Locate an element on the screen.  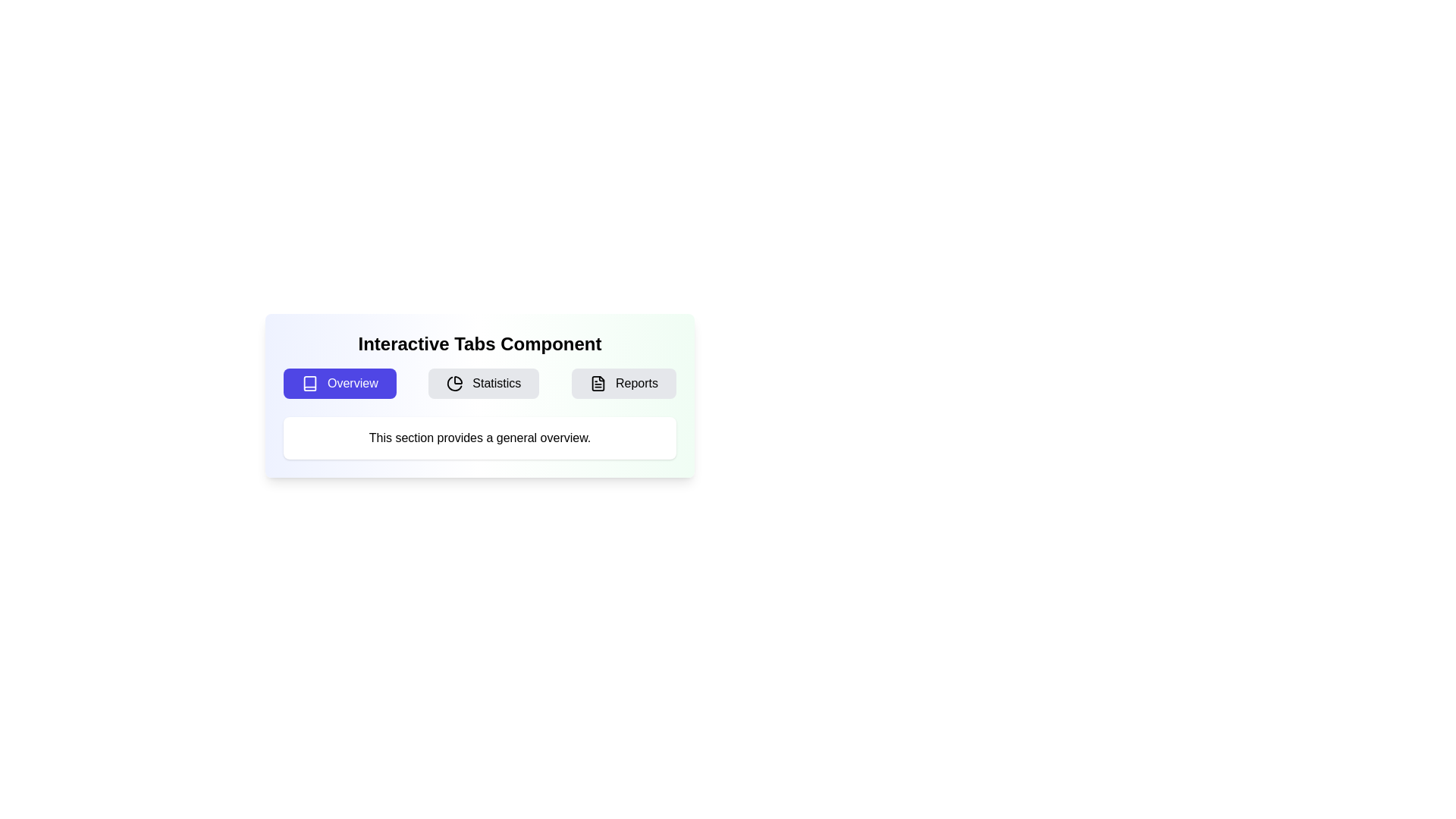
the 'Overview' tab icon, which is located at the leftmost position of the 'Overview' tab button, adjacent to the textual label 'Overview' is located at coordinates (309, 382).